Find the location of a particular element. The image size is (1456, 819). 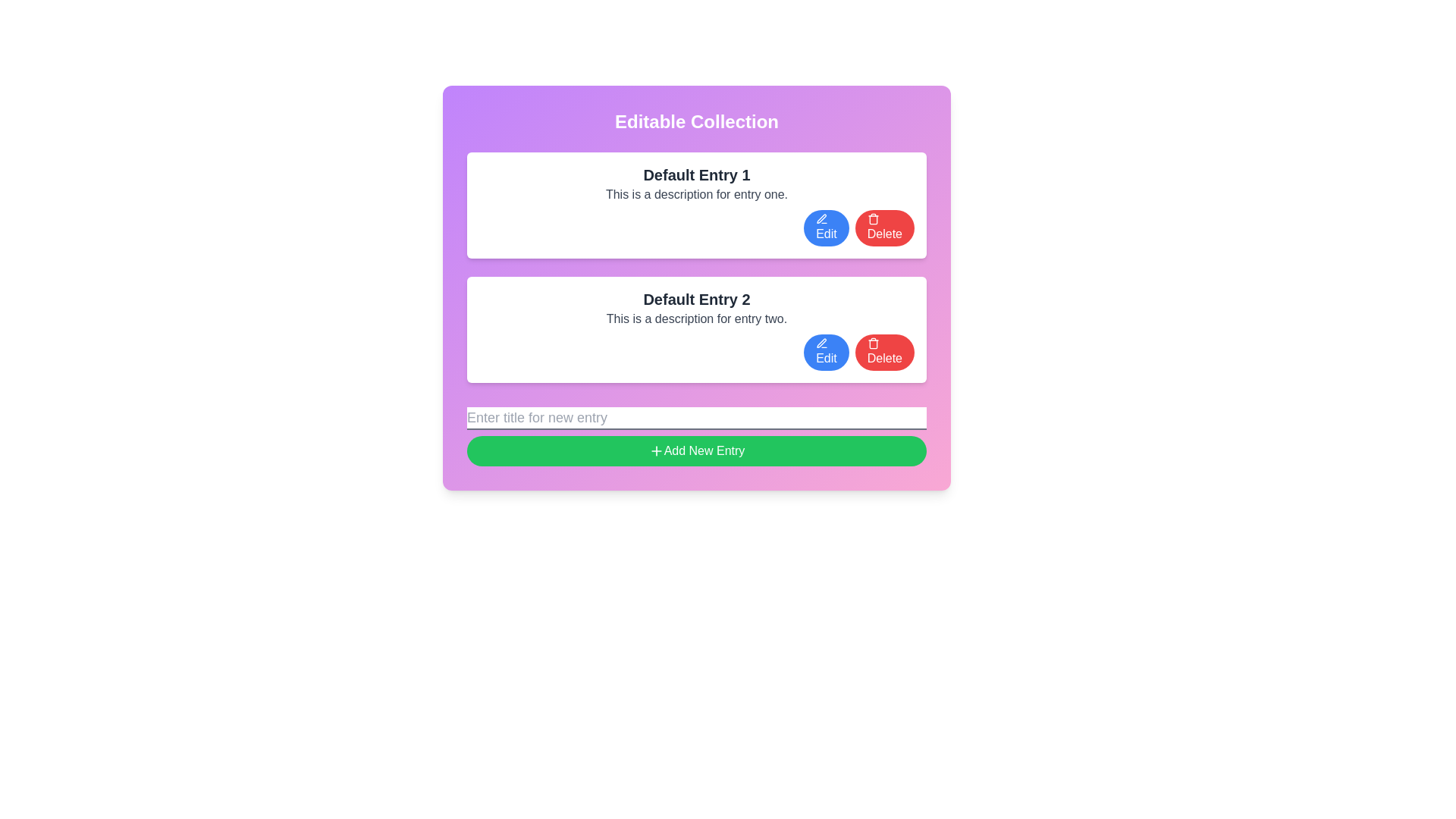

the delete icon located to the right of the 'Delete' button, which is adjacent to the 'Edit' button is located at coordinates (873, 343).